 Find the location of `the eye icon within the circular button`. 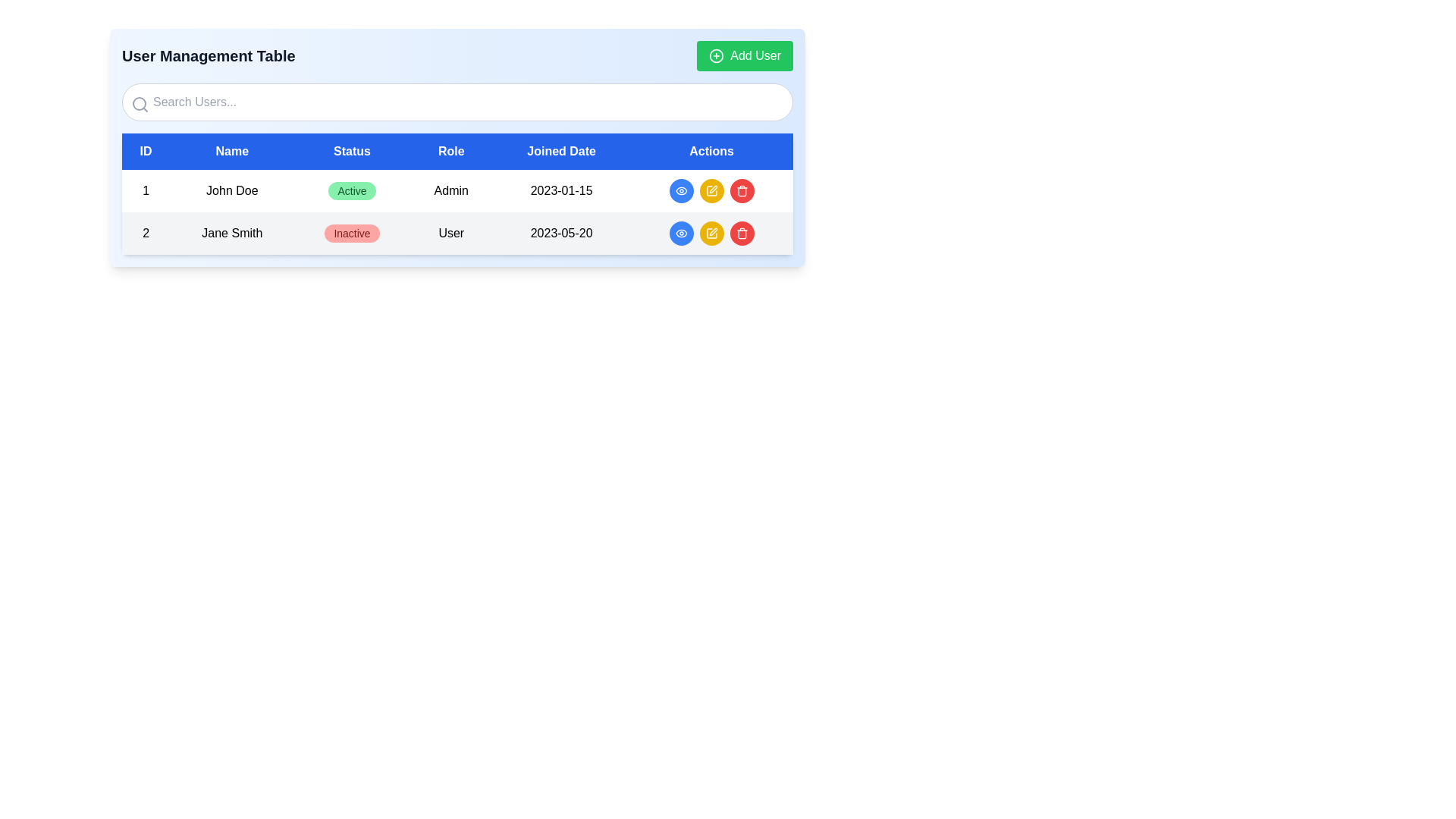

the eye icon within the circular button is located at coordinates (680, 190).